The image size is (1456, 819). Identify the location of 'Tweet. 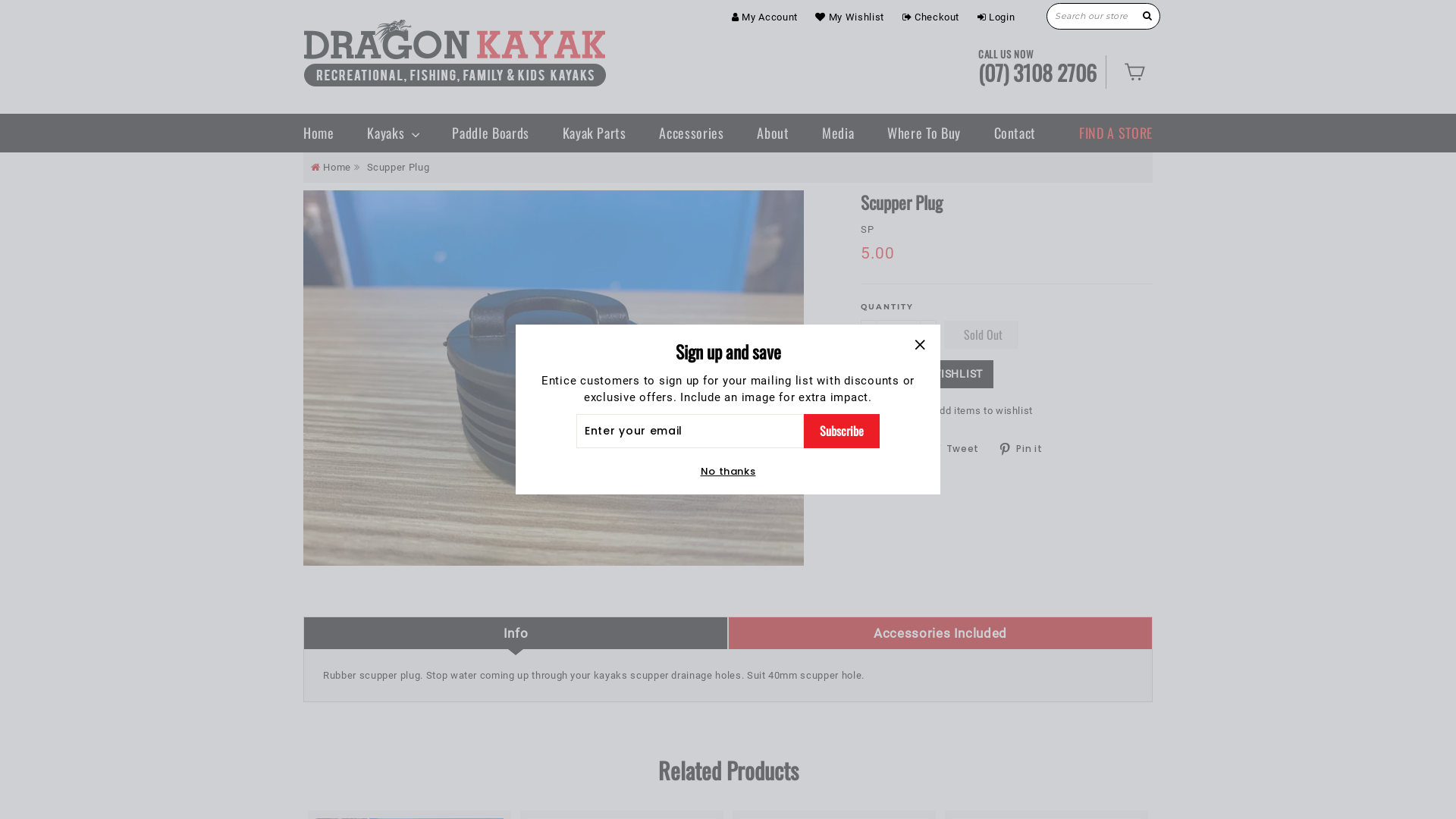
(958, 447).